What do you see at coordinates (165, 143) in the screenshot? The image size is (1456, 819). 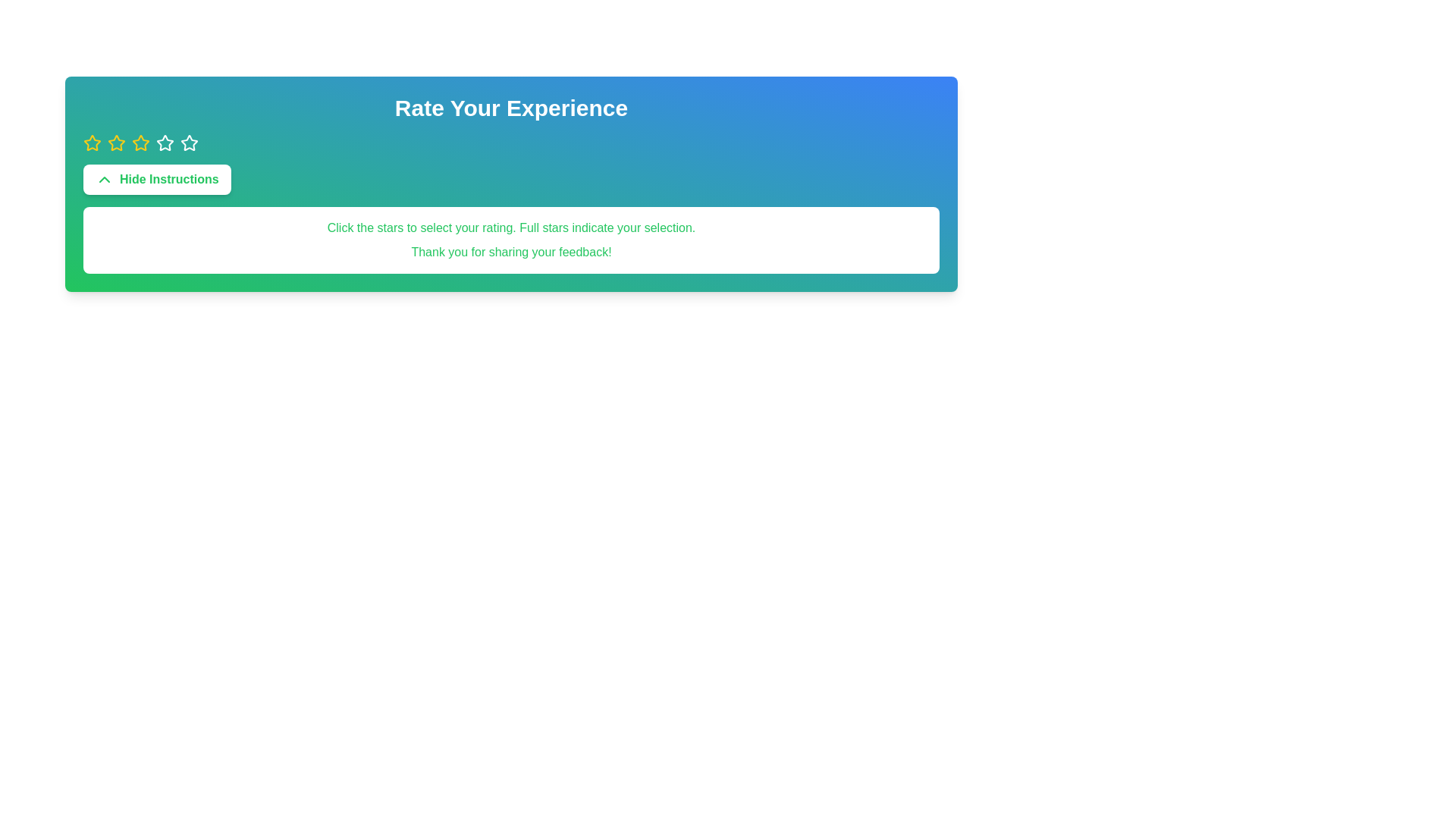 I see `the third teal star icon in the rating interface to rate it` at bounding box center [165, 143].